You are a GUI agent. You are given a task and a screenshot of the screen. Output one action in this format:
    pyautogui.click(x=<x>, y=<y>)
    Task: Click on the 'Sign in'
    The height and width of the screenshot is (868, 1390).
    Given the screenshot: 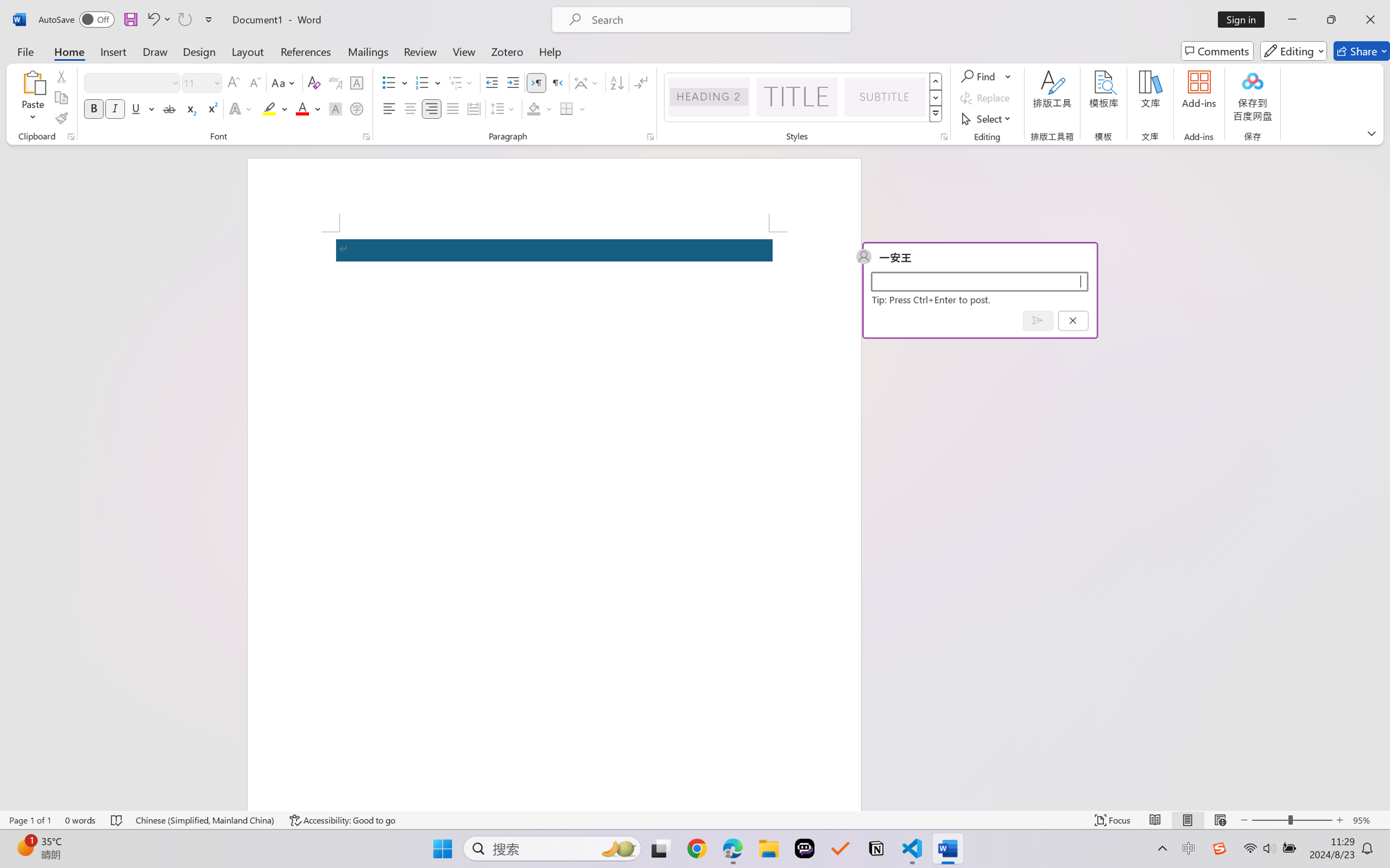 What is the action you would take?
    pyautogui.click(x=1245, y=19)
    